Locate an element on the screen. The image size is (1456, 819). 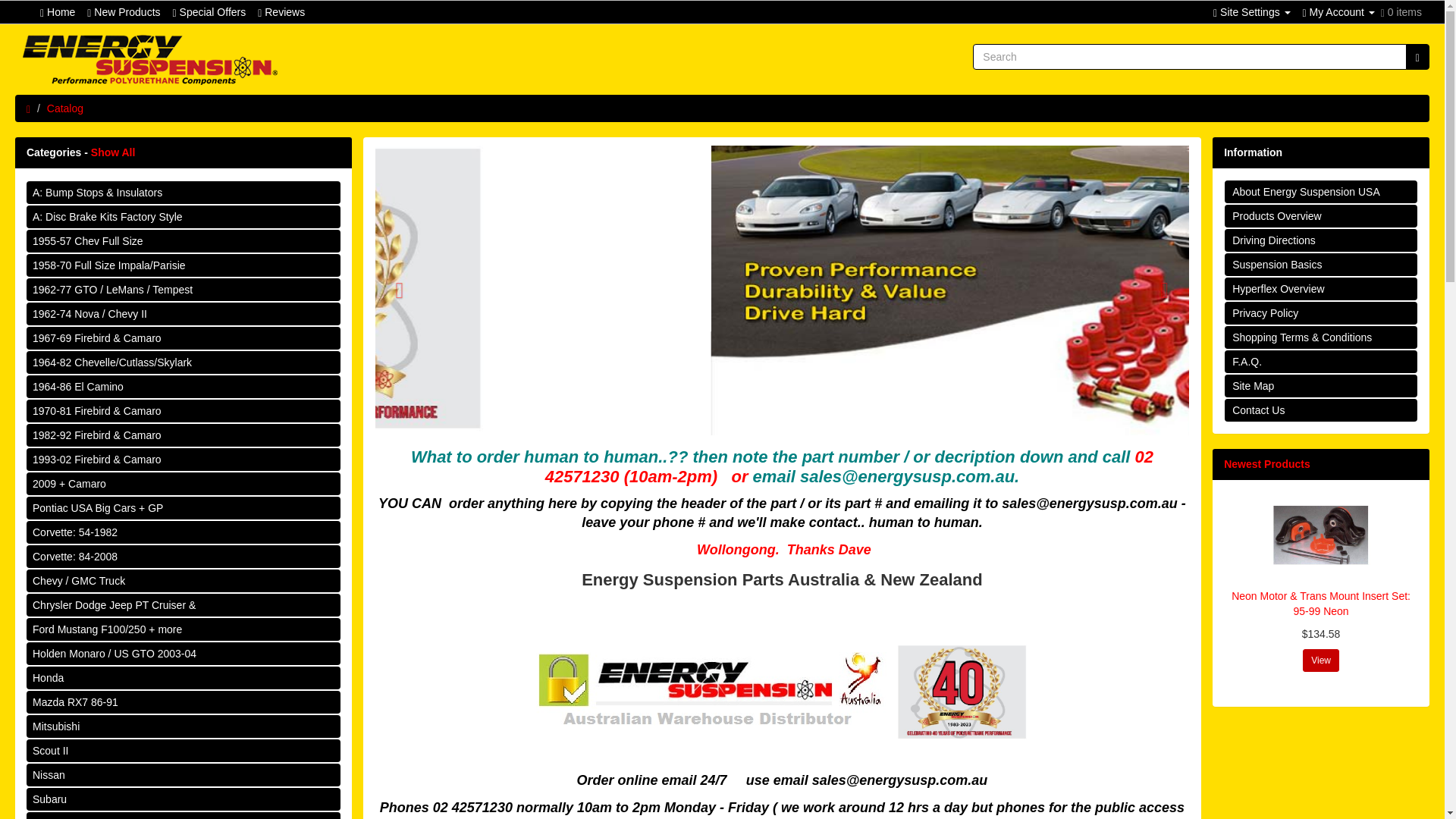
'Site Map' is located at coordinates (1320, 385).